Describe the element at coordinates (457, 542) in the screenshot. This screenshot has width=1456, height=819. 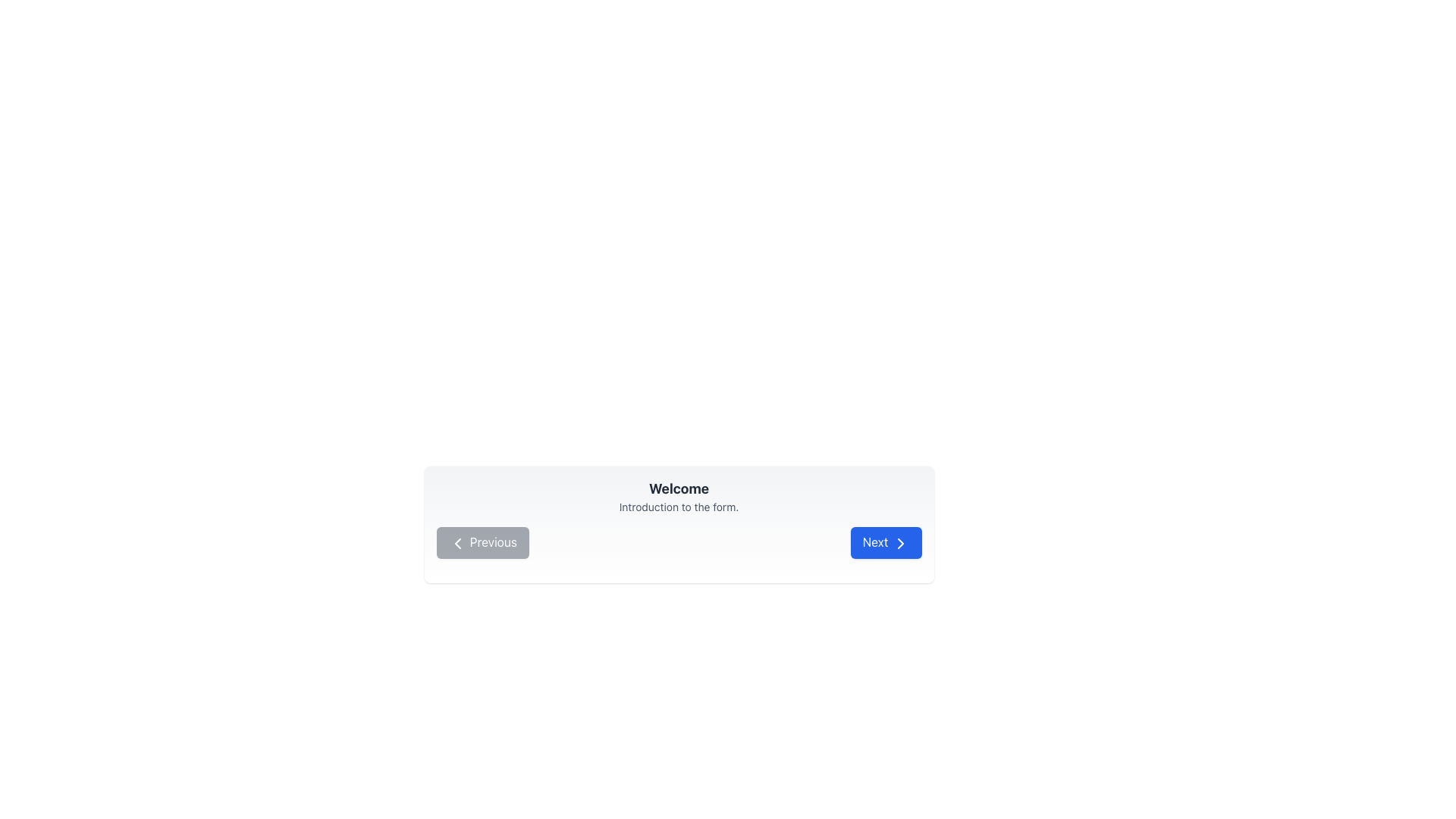
I see `the leftward-pointing chevron icon within the gray 'Previous' button located at the bottom-left side of the navigation controls section` at that location.